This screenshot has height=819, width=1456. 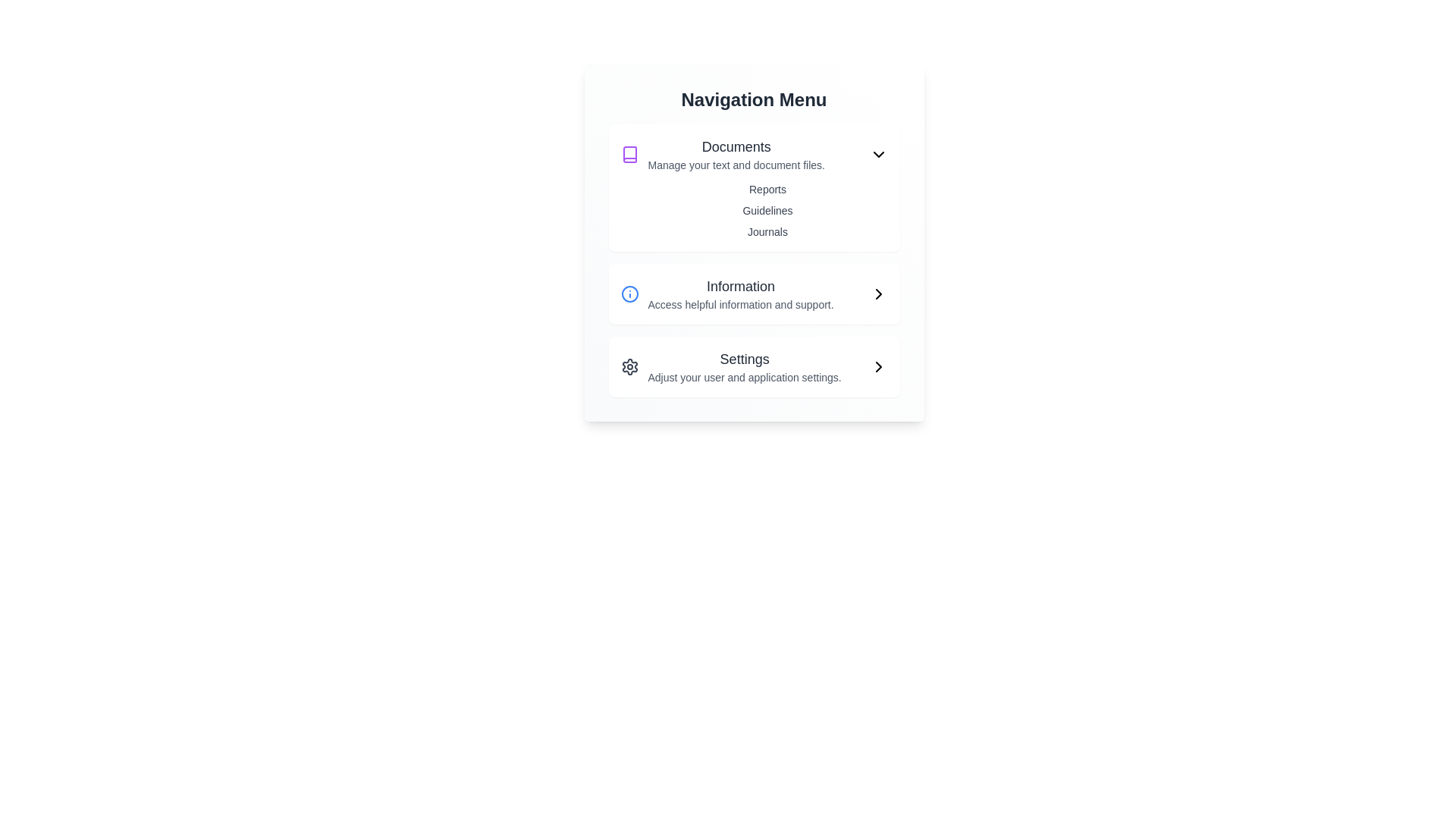 I want to click on the third text link in the 'Documents' section, so click(x=754, y=231).